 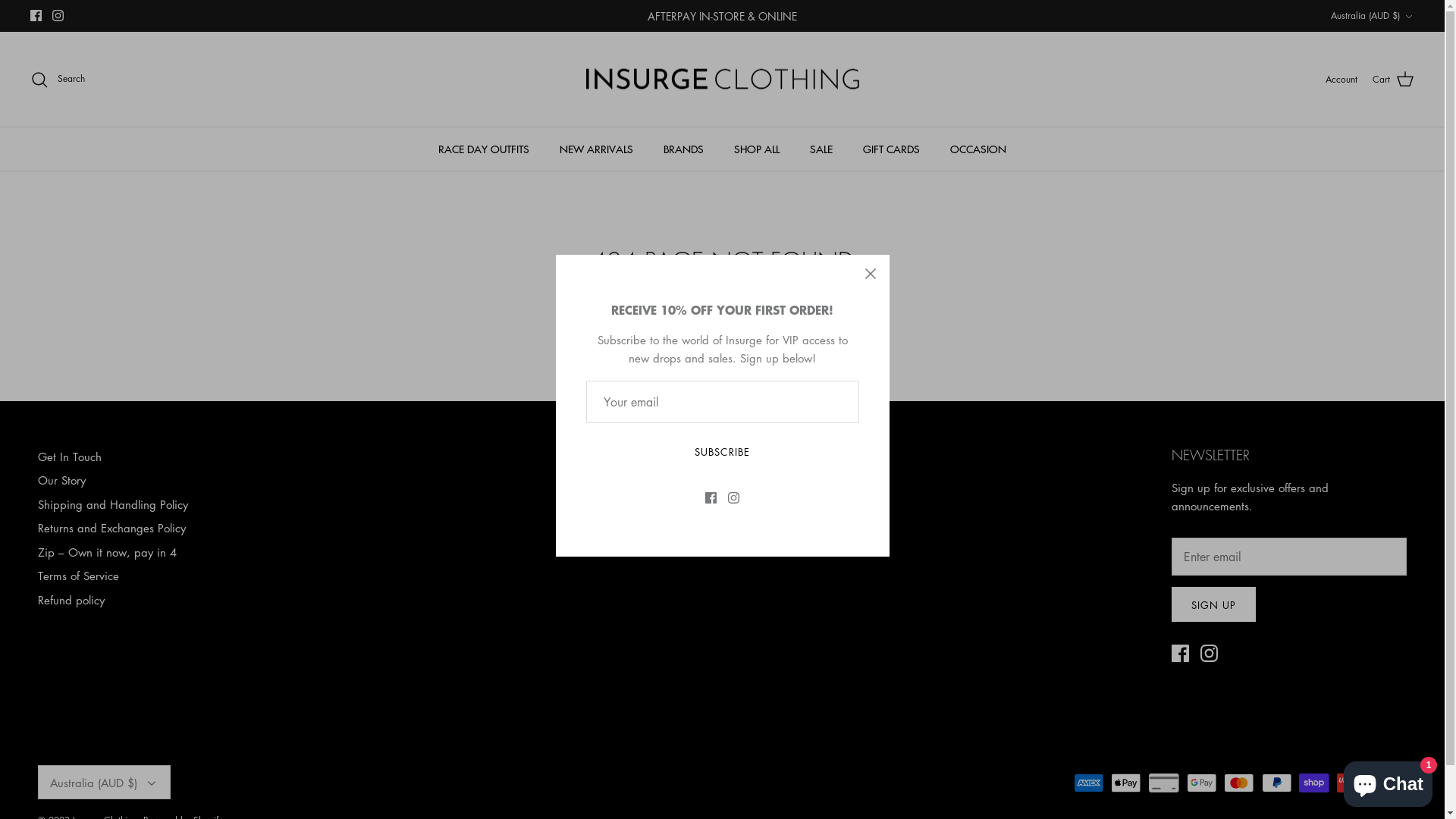 I want to click on 'Our Story', so click(x=61, y=479).